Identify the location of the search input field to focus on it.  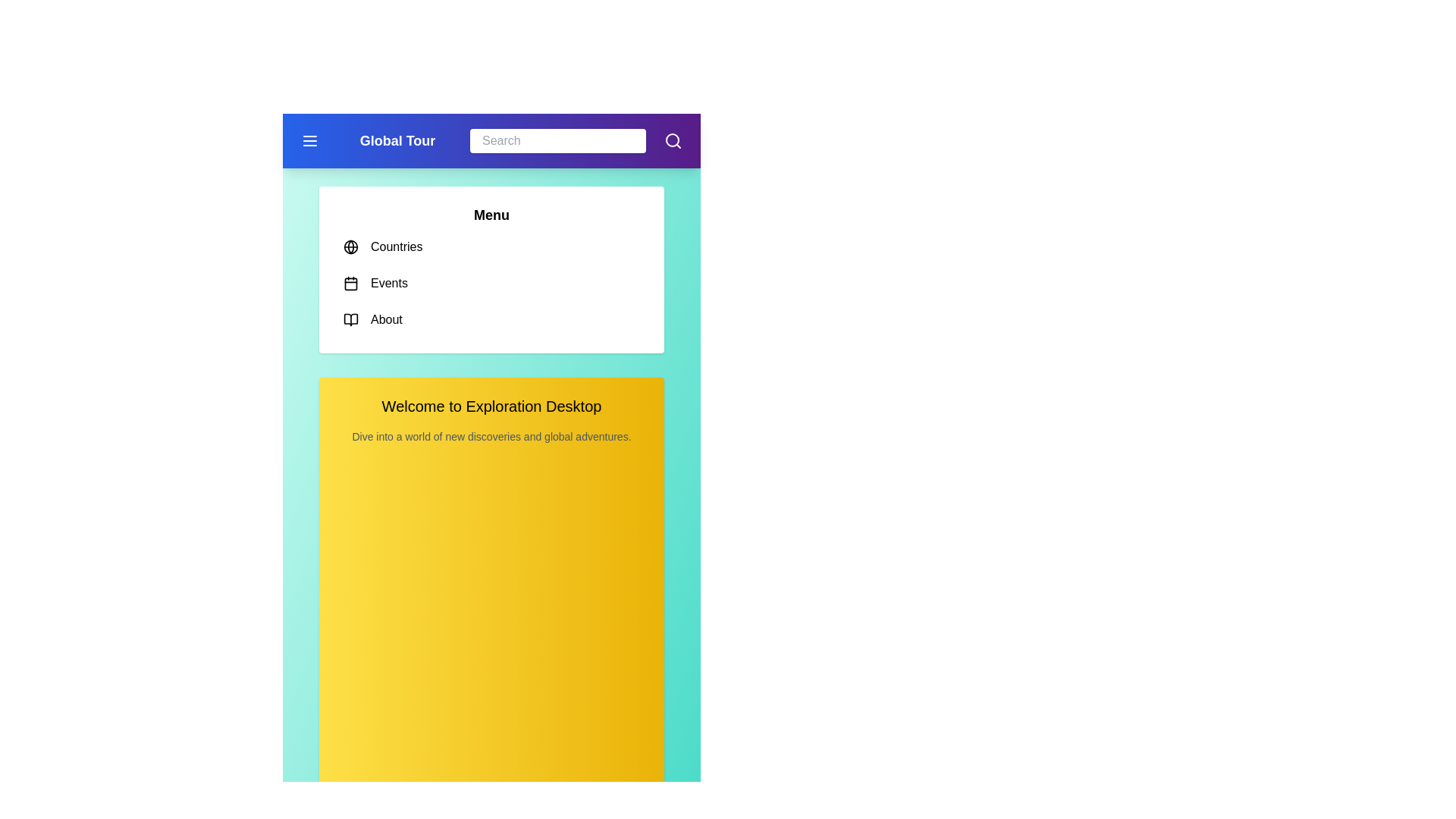
(557, 140).